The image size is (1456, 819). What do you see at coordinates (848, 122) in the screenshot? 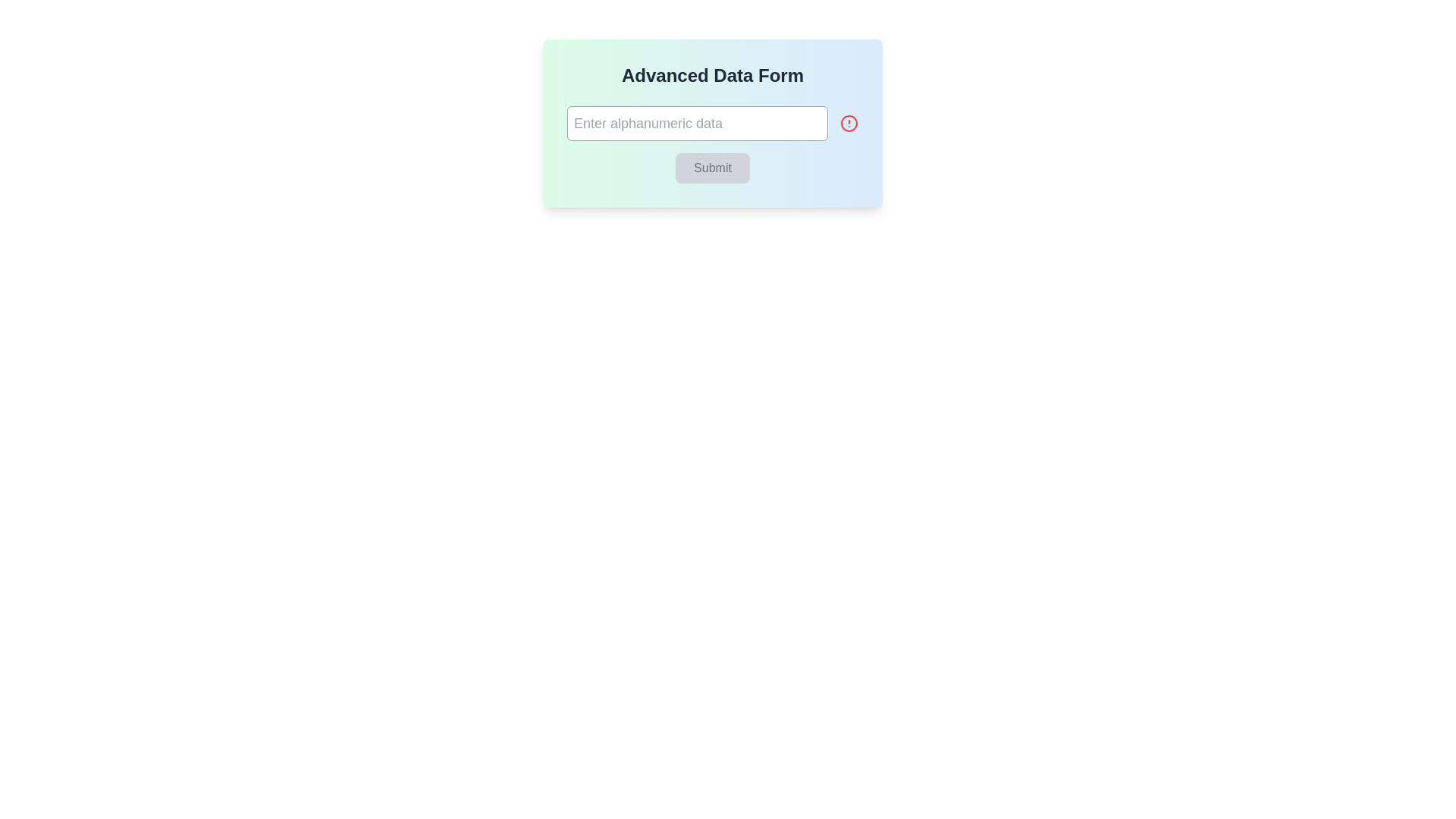
I see `the red circular icon with an exclamation point symbol, located to the right of the input box labeled 'Enter alphanumeric data' within the 'Advanced Data Form' card` at bounding box center [848, 122].